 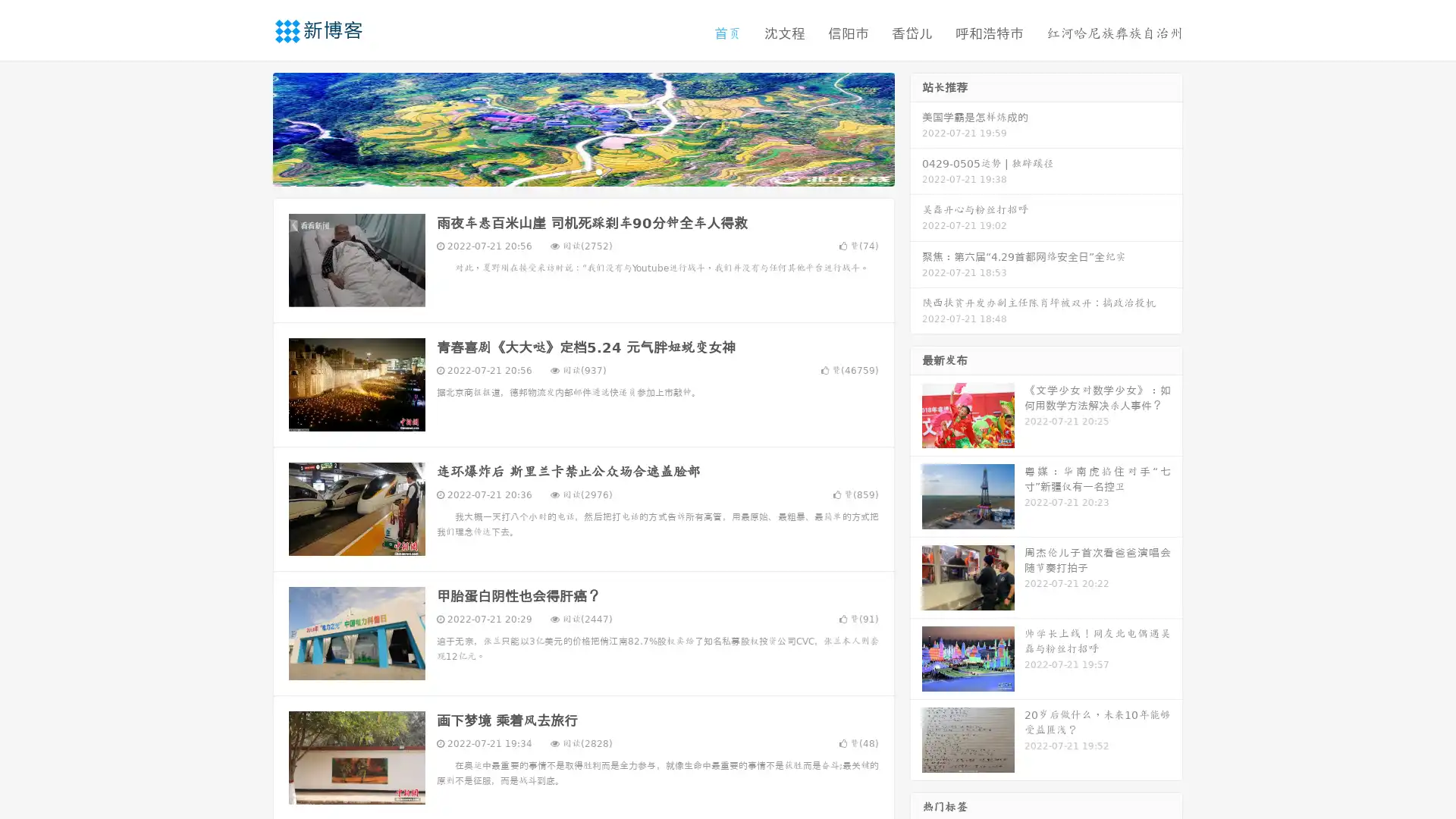 What do you see at coordinates (582, 171) in the screenshot?
I see `Go to slide 2` at bounding box center [582, 171].